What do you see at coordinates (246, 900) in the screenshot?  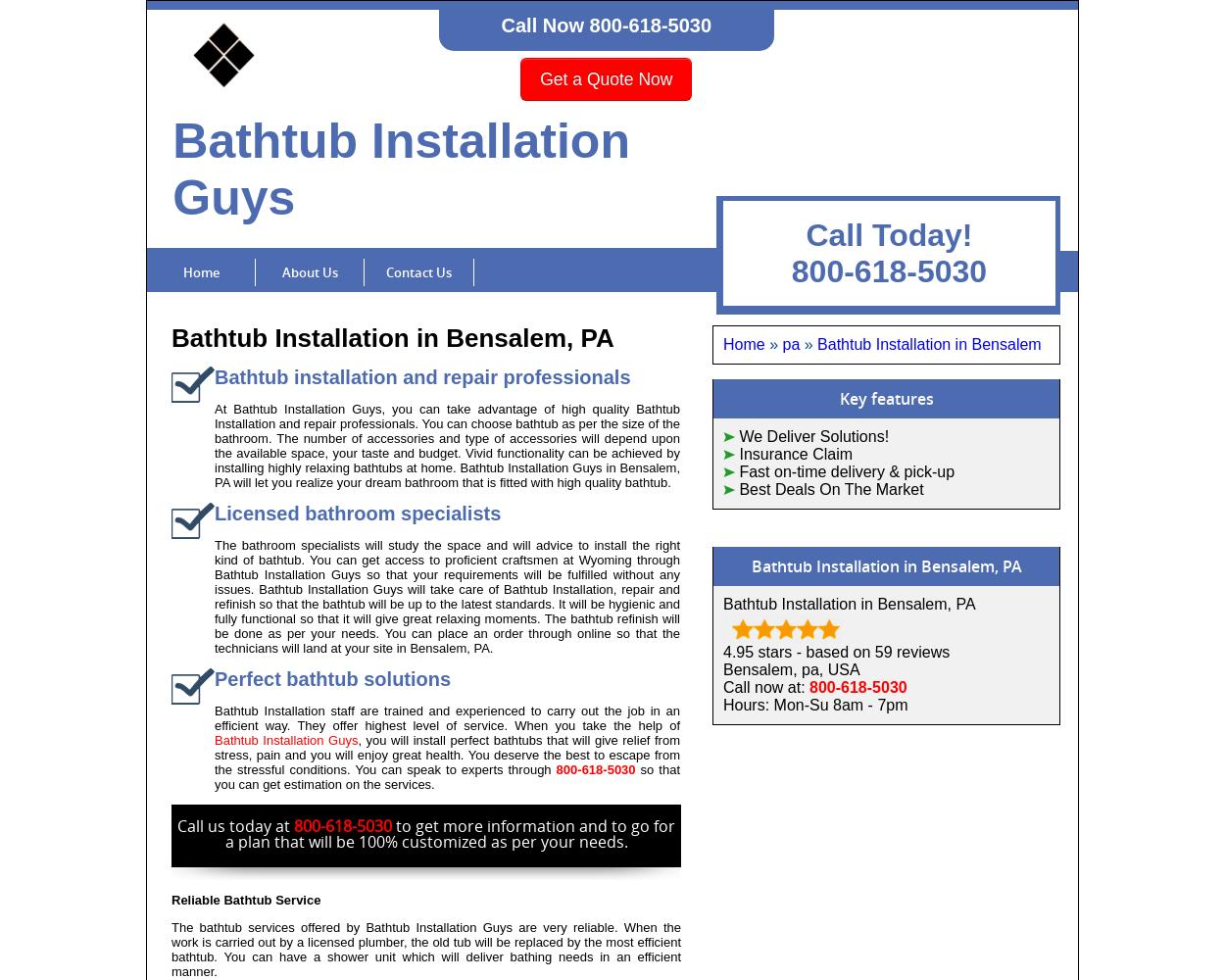 I see `'Reliable Bathtub Service'` at bounding box center [246, 900].